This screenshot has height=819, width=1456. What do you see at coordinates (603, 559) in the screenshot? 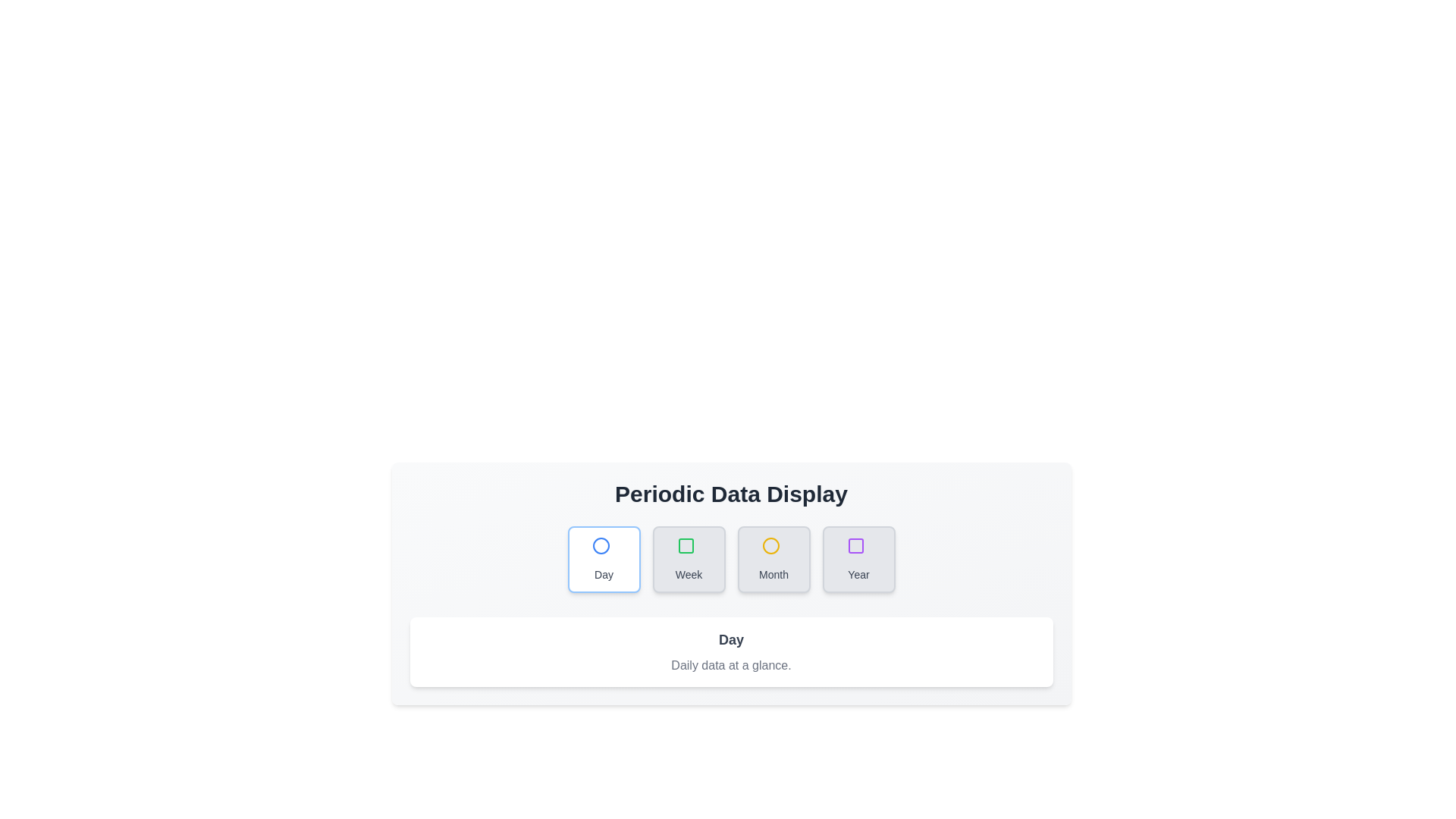
I see `the rectangular button with a white background and blue outline labeled 'Day'` at bounding box center [603, 559].